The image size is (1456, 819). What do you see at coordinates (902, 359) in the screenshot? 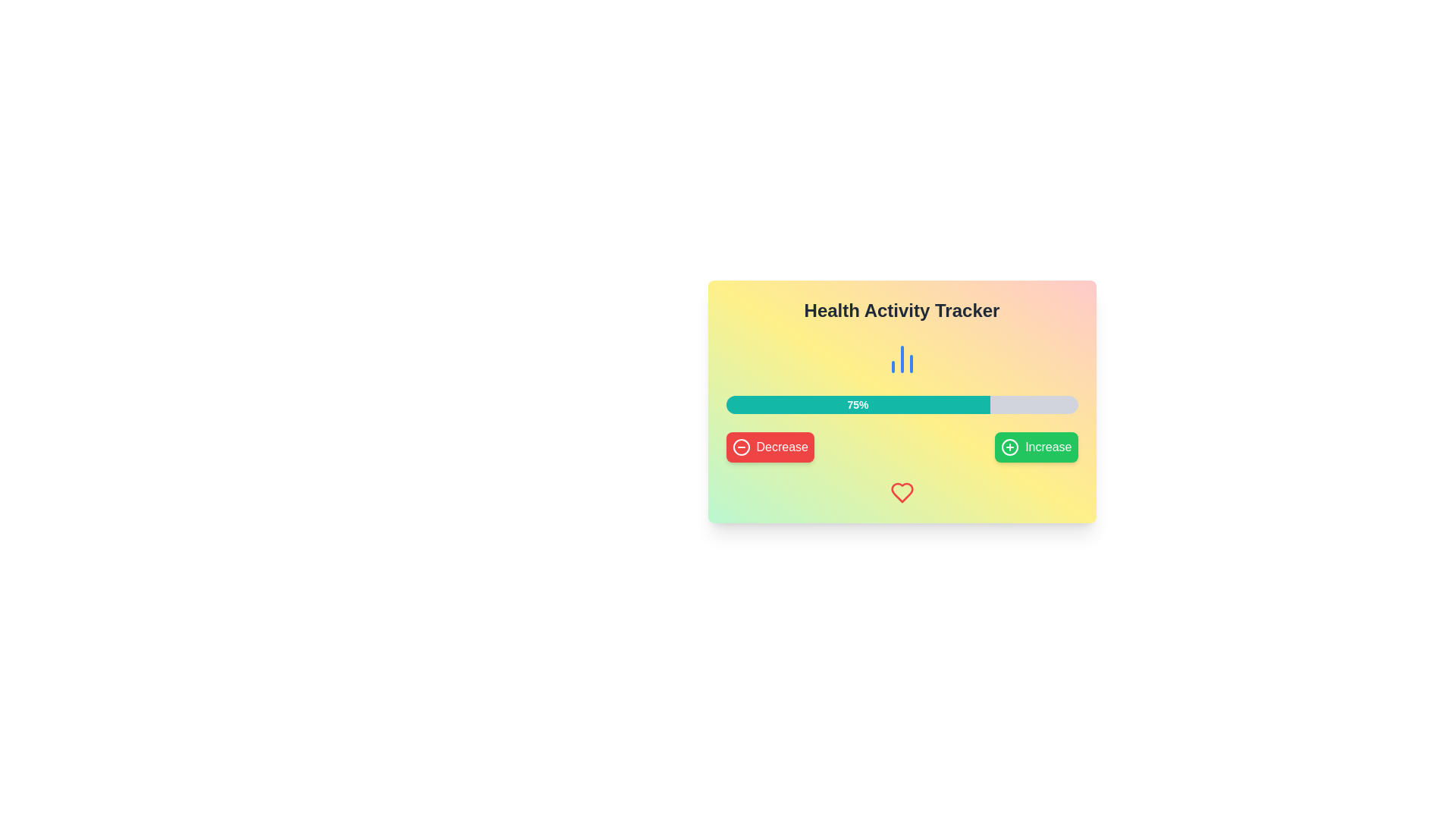
I see `the centered icon within the 'Health Activity Tracker' section, which is represented by three blue bars against a gradient background` at bounding box center [902, 359].